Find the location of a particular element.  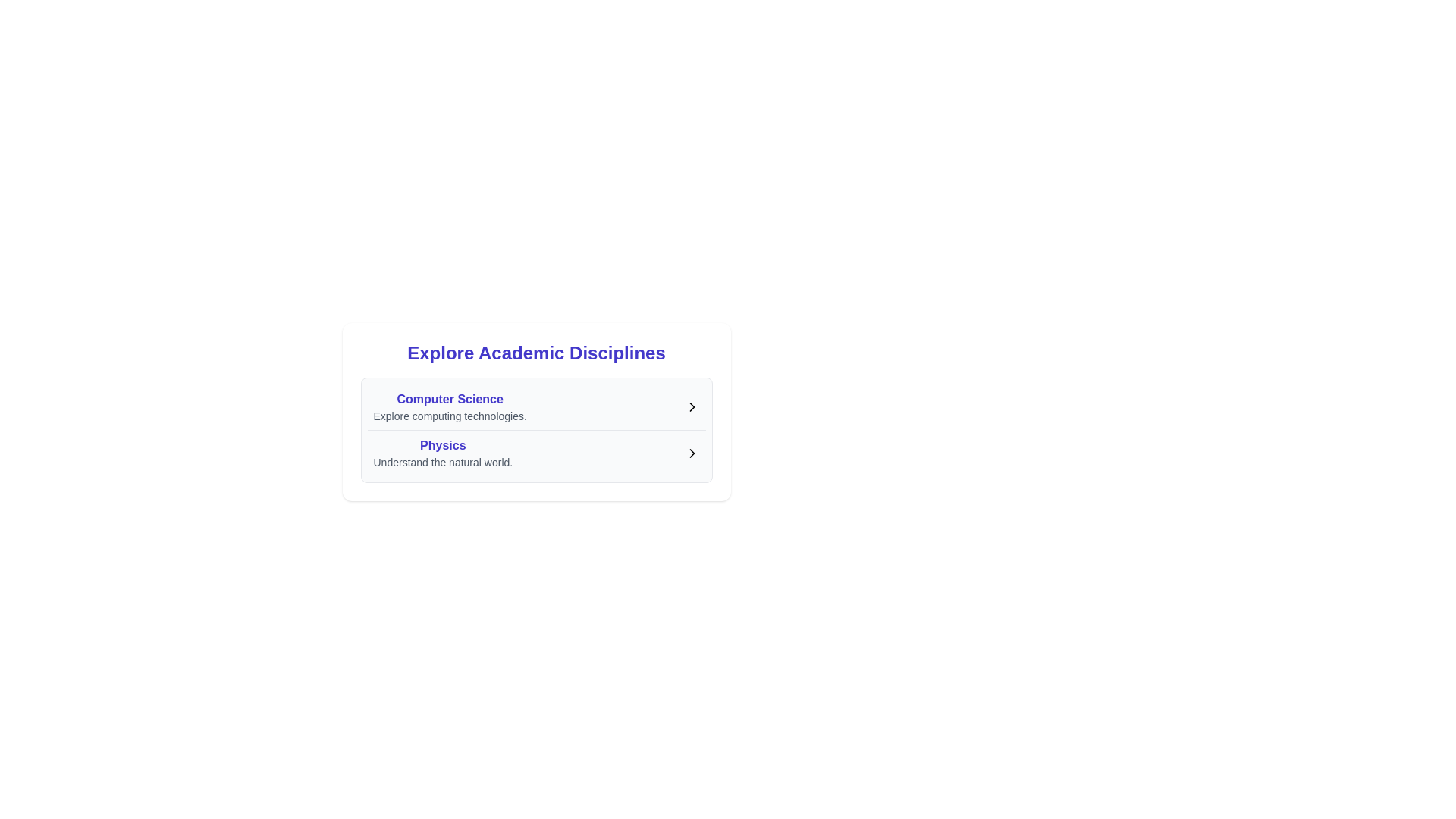

the navigational link for Computer Science located in the upper area of the 'Explore Academic Disciplines' card is located at coordinates (536, 406).